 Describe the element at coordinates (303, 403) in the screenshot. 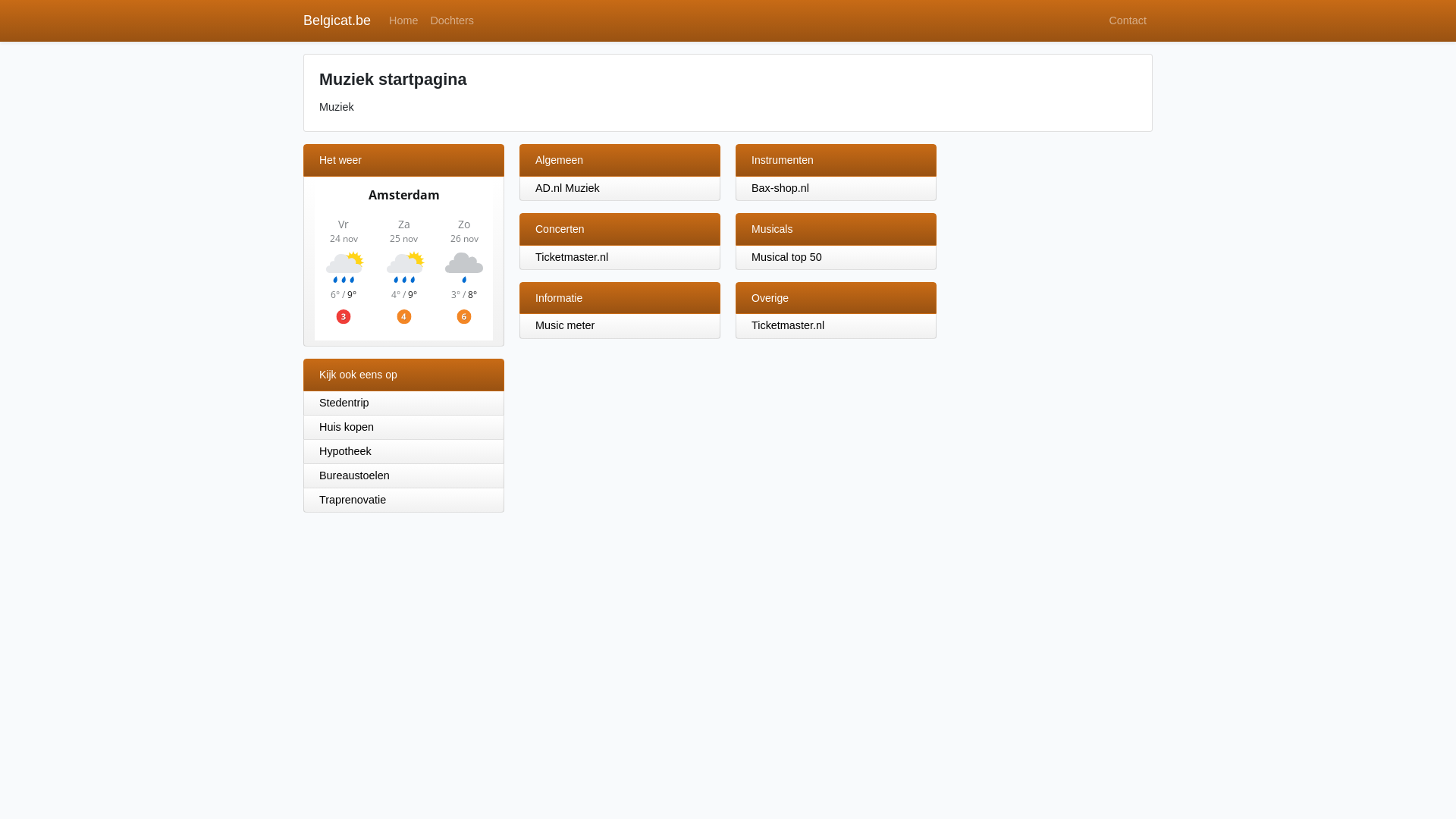

I see `'Stedentrip'` at that location.